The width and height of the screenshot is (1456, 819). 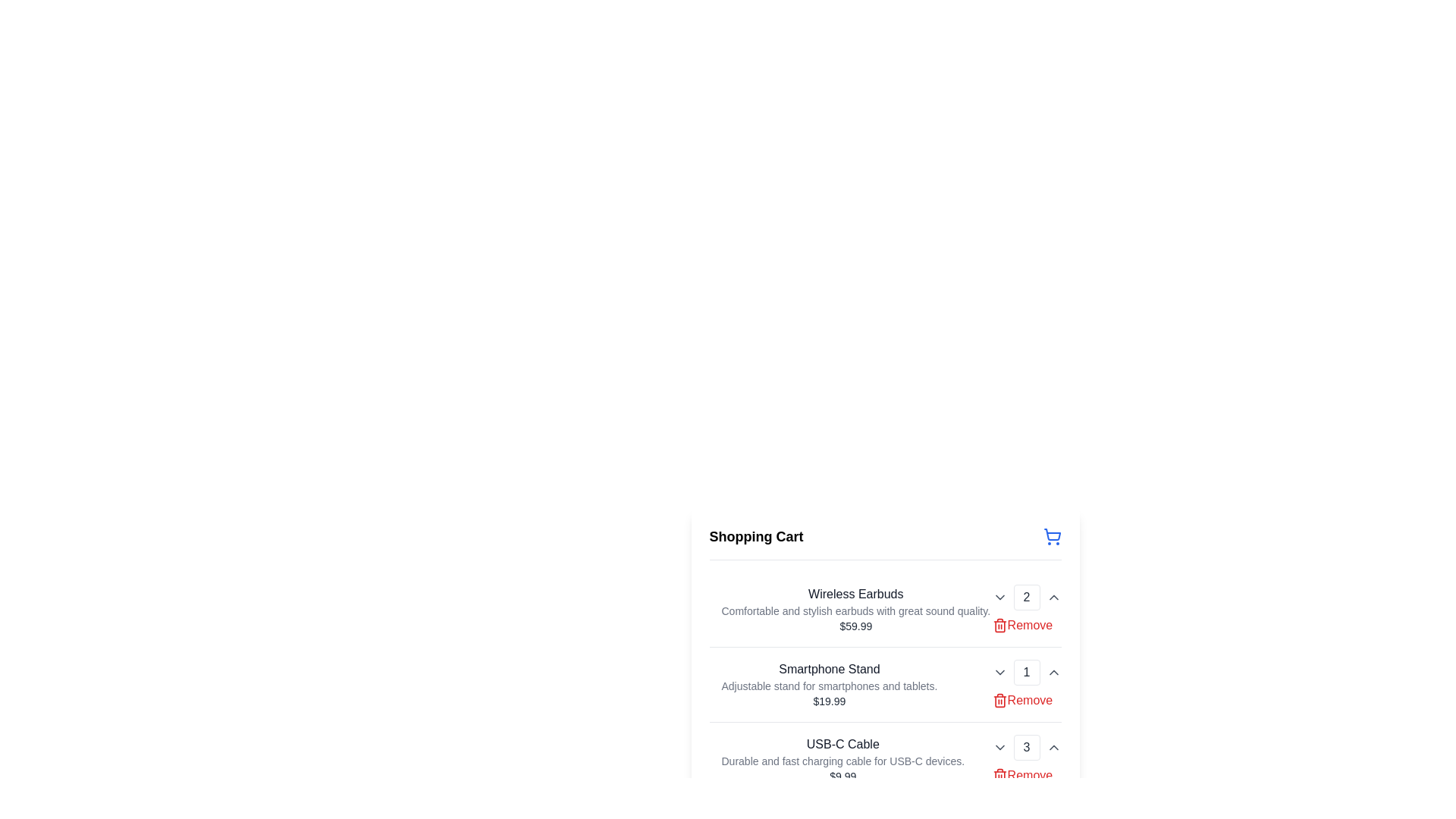 What do you see at coordinates (885, 759) in the screenshot?
I see `detailed information for the 'USB-C Cable' item in the shopping cart, which includes a title, description, price, and quantity controls` at bounding box center [885, 759].